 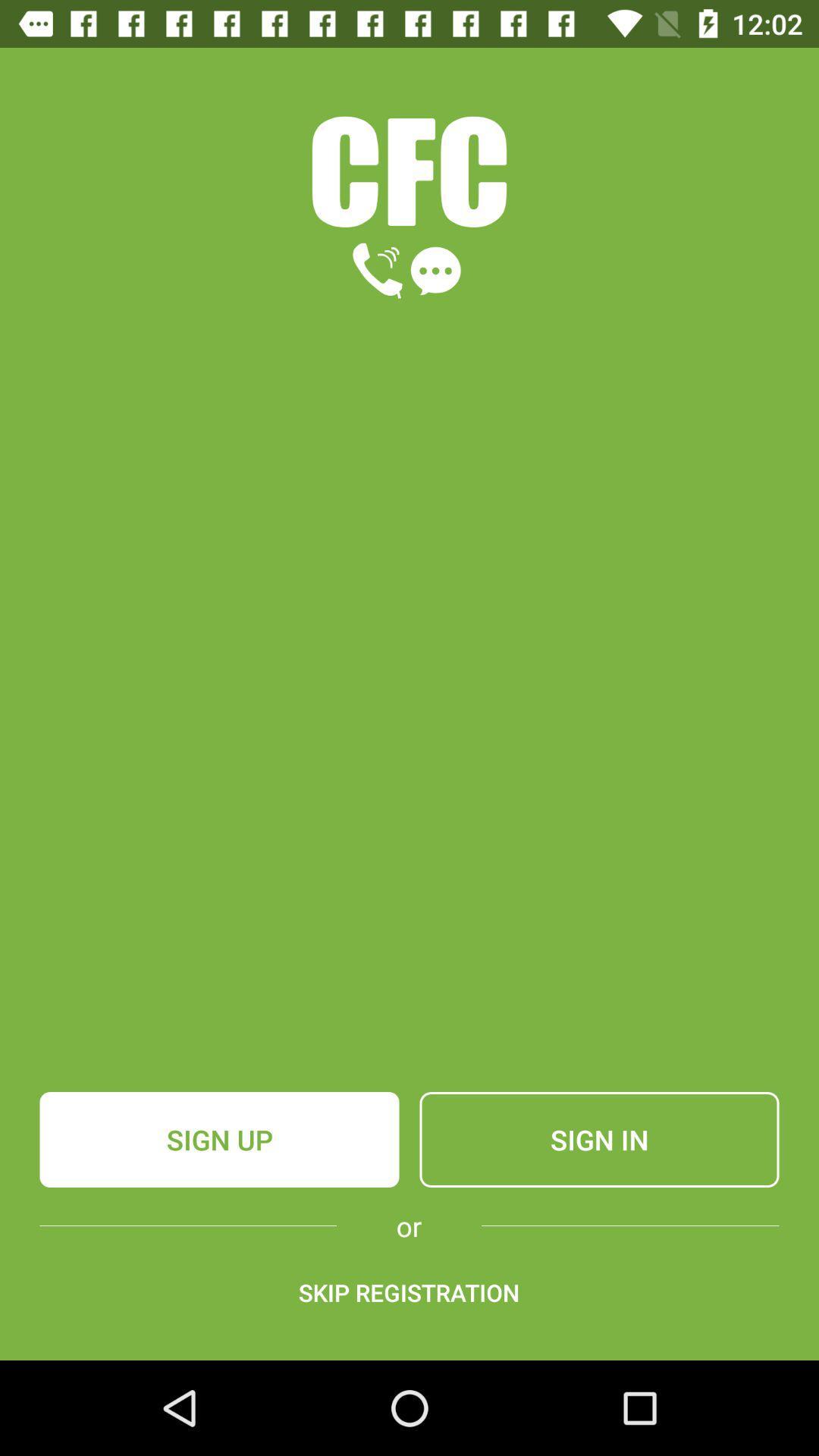 I want to click on icon above or item, so click(x=219, y=1139).